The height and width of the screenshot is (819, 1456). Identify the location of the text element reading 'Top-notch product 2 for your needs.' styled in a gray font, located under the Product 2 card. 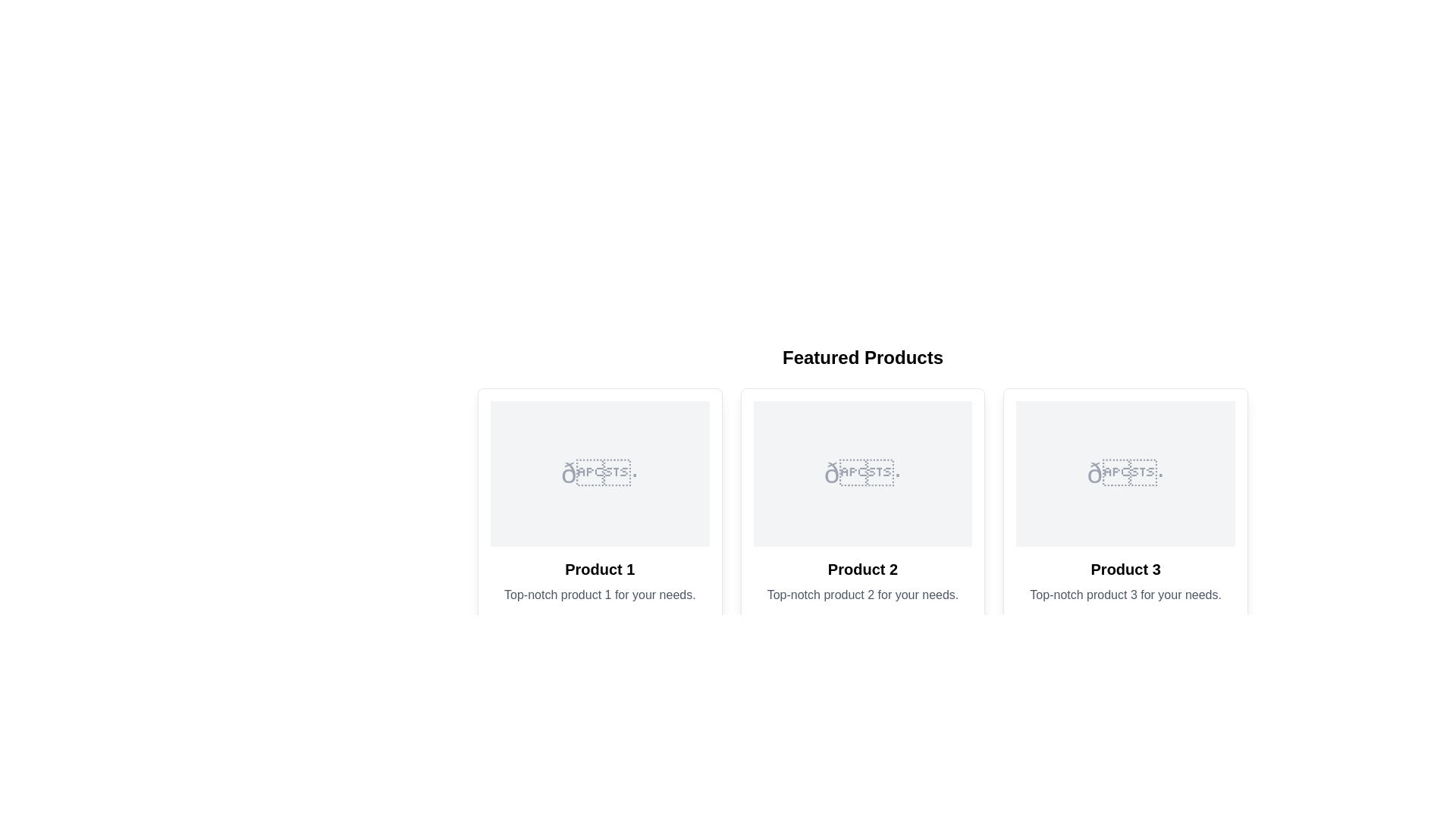
(862, 595).